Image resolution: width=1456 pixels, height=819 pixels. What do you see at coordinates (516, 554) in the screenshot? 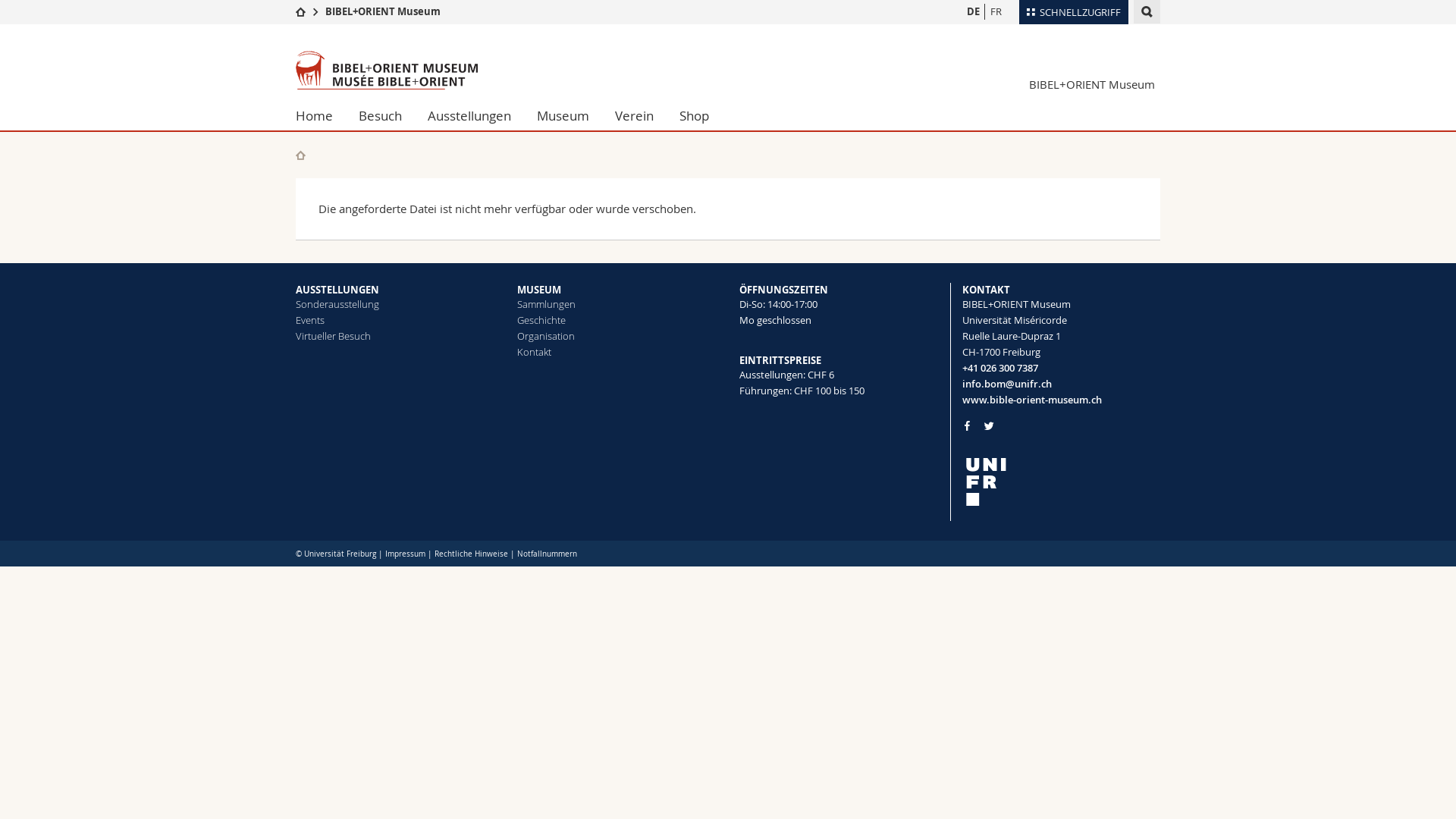
I see `'Notfallnummern'` at bounding box center [516, 554].